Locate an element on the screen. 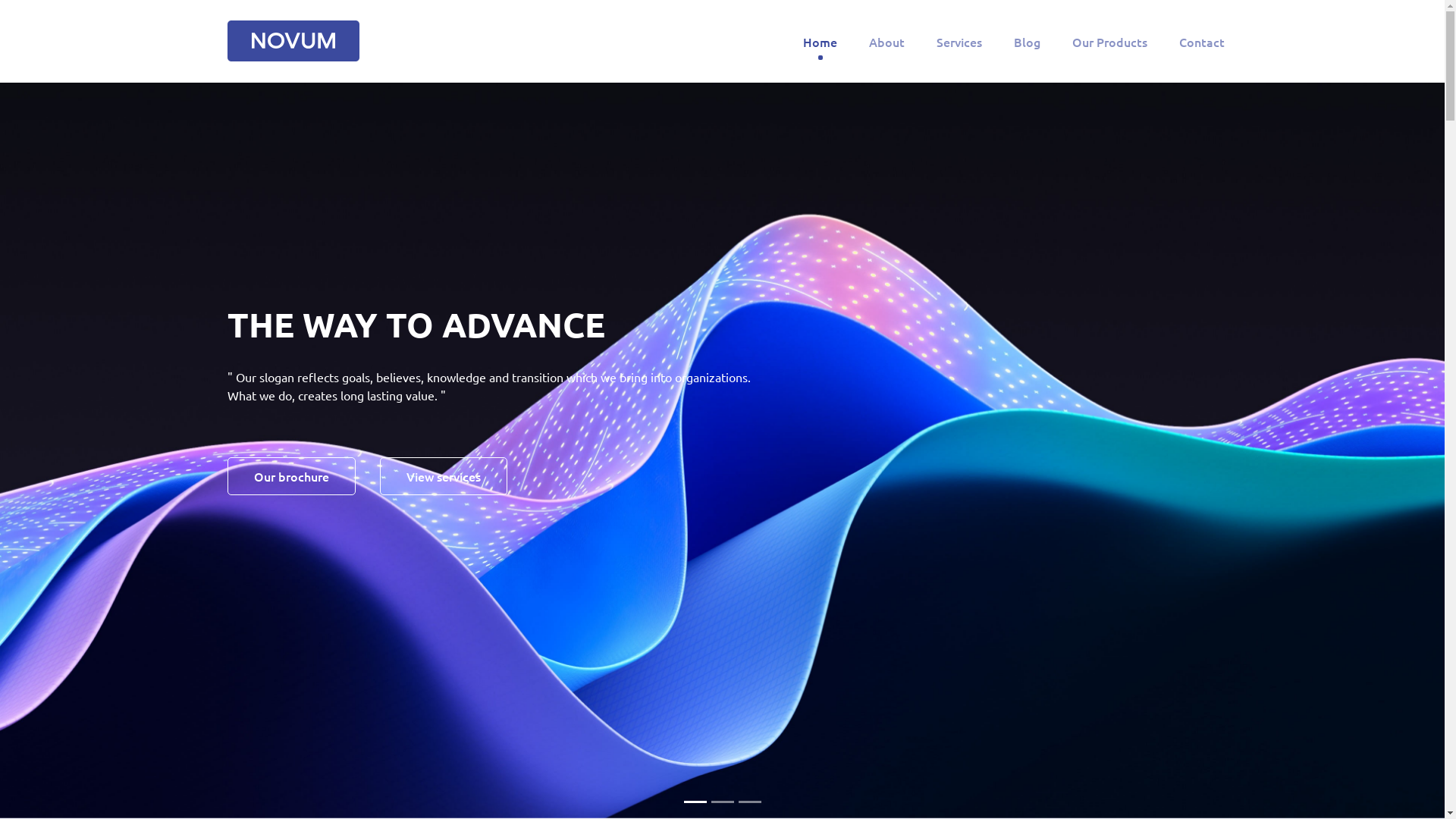 This screenshot has height=819, width=1456. 'Services' is located at coordinates (959, 40).